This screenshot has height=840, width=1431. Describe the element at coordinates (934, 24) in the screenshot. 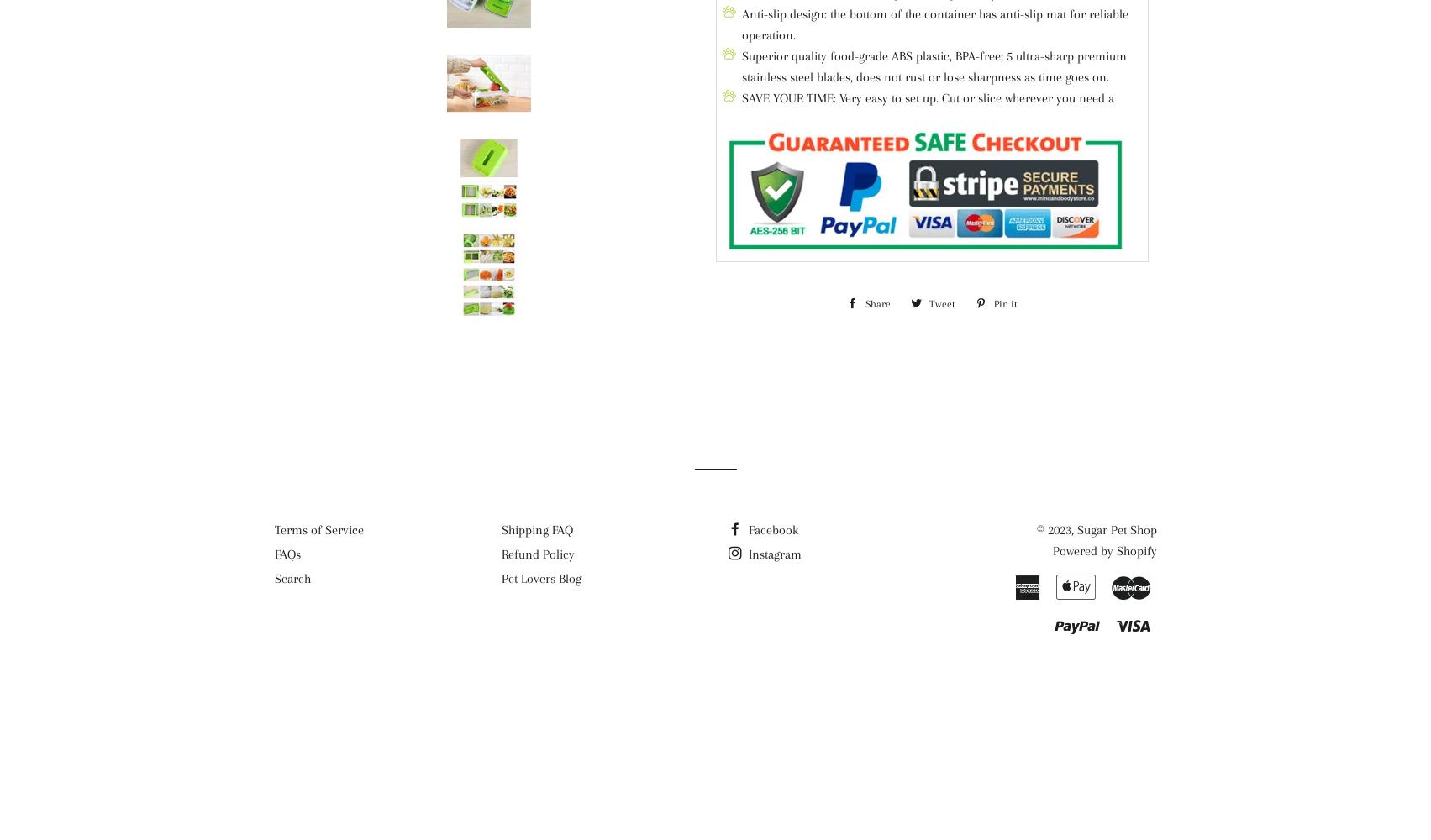

I see `'Anti-slip design: the bottom of the container has anti-slip mat for reliable operation.'` at that location.